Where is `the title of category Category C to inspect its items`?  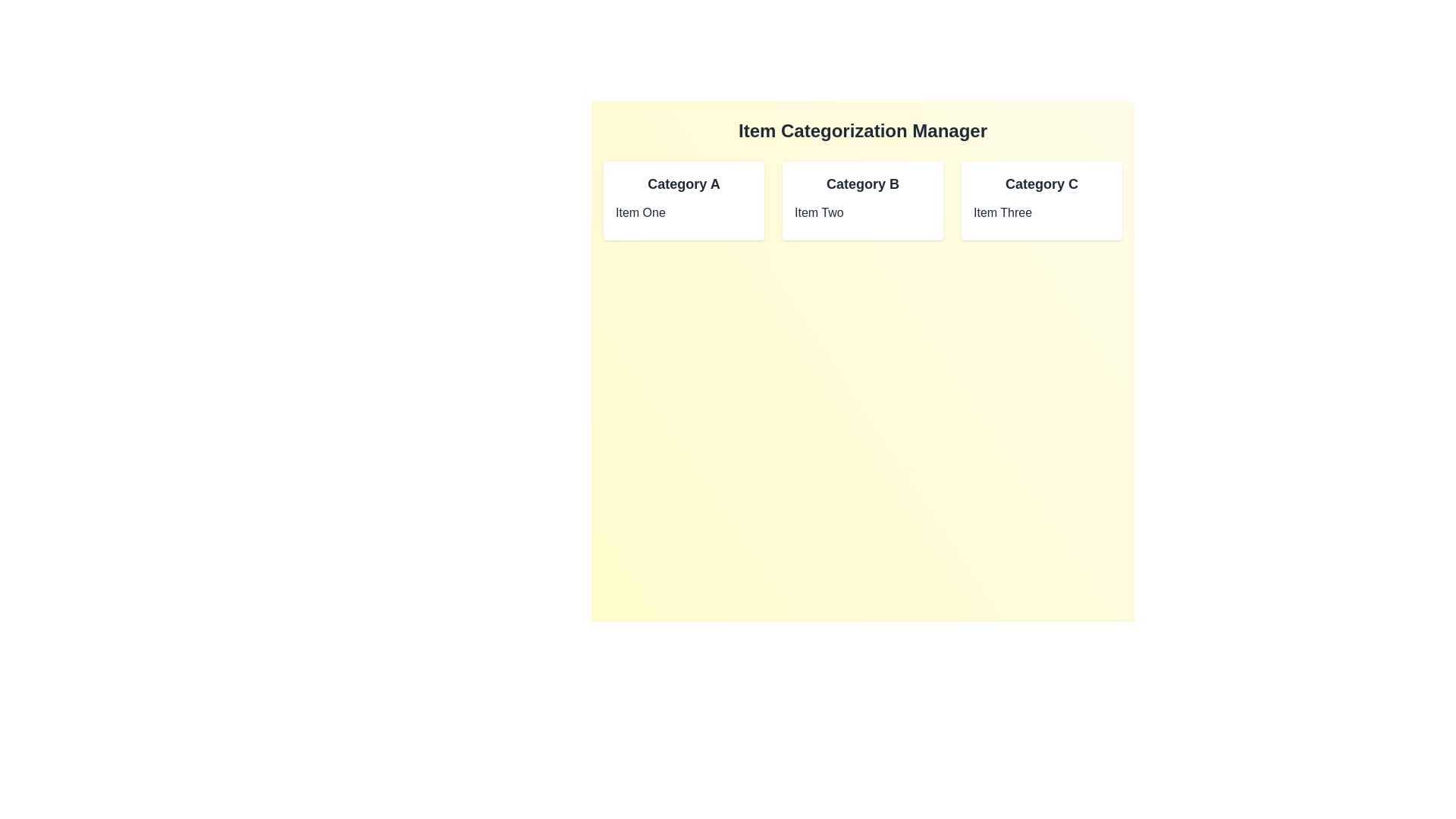 the title of category Category C to inspect its items is located at coordinates (1040, 184).